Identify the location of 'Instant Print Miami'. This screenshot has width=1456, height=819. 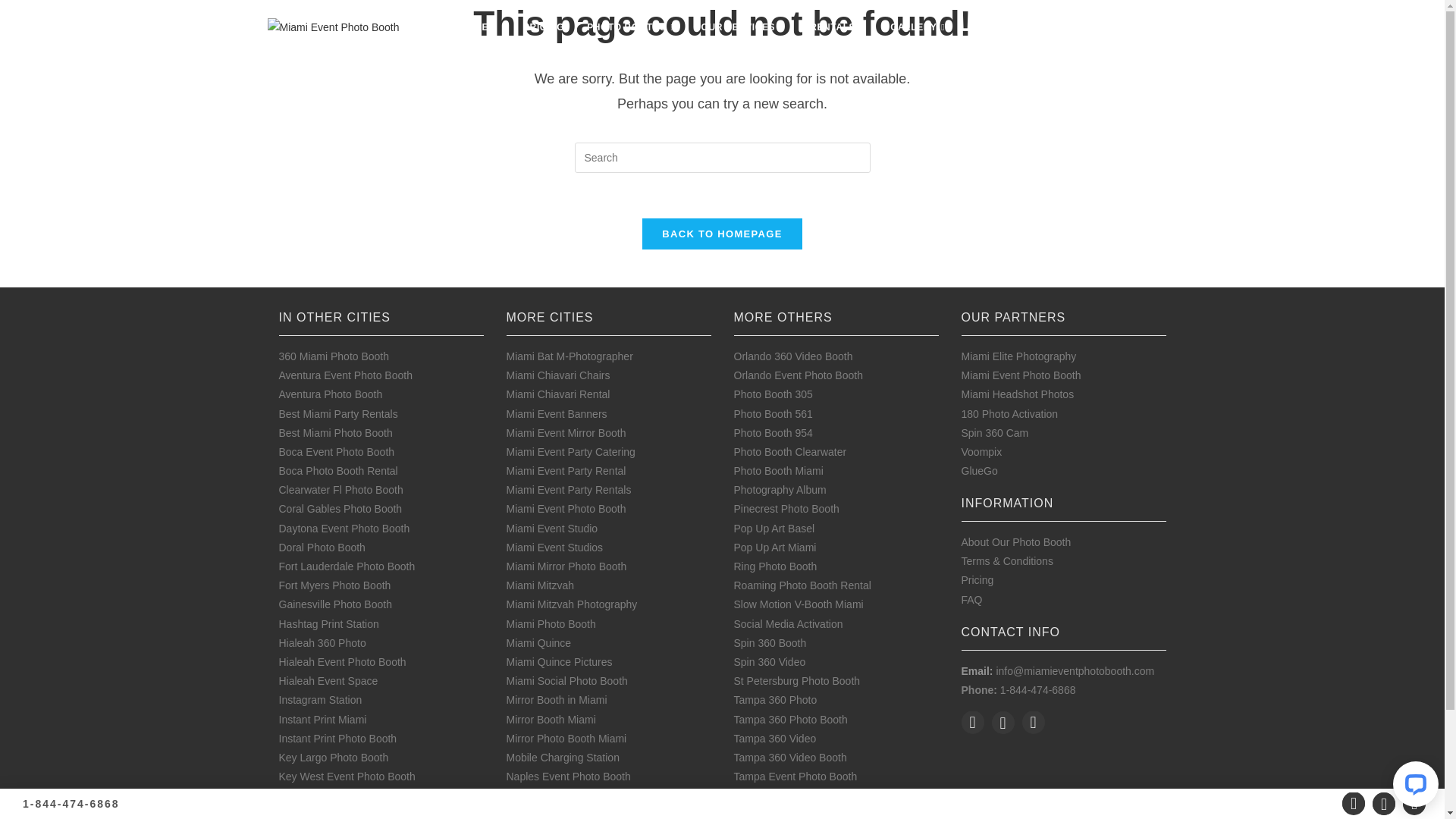
(322, 718).